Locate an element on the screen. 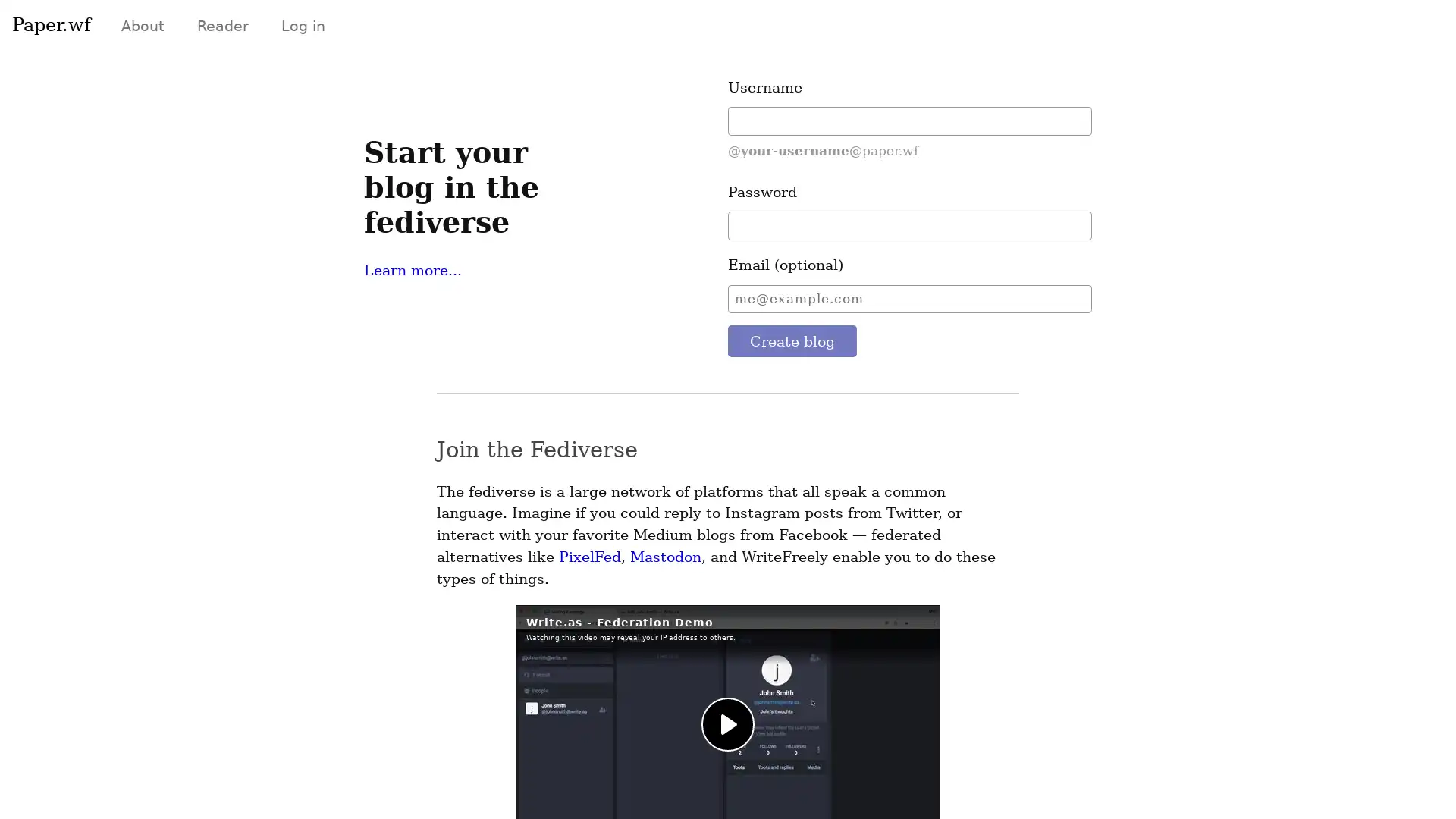 The height and width of the screenshot is (819, 1456). Create blog is located at coordinates (791, 341).